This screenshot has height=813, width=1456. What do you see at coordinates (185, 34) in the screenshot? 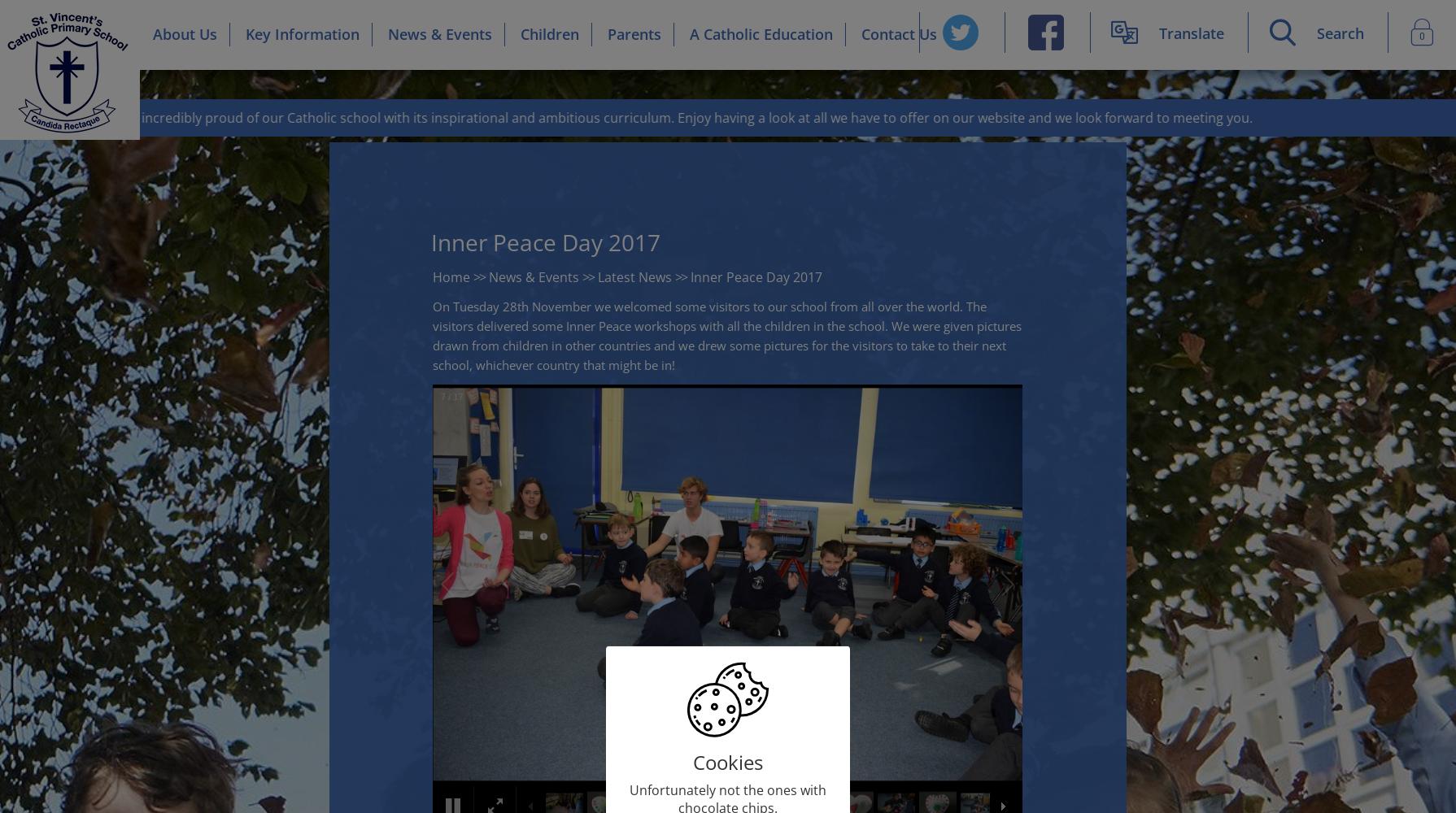
I see `'About Us'` at bounding box center [185, 34].